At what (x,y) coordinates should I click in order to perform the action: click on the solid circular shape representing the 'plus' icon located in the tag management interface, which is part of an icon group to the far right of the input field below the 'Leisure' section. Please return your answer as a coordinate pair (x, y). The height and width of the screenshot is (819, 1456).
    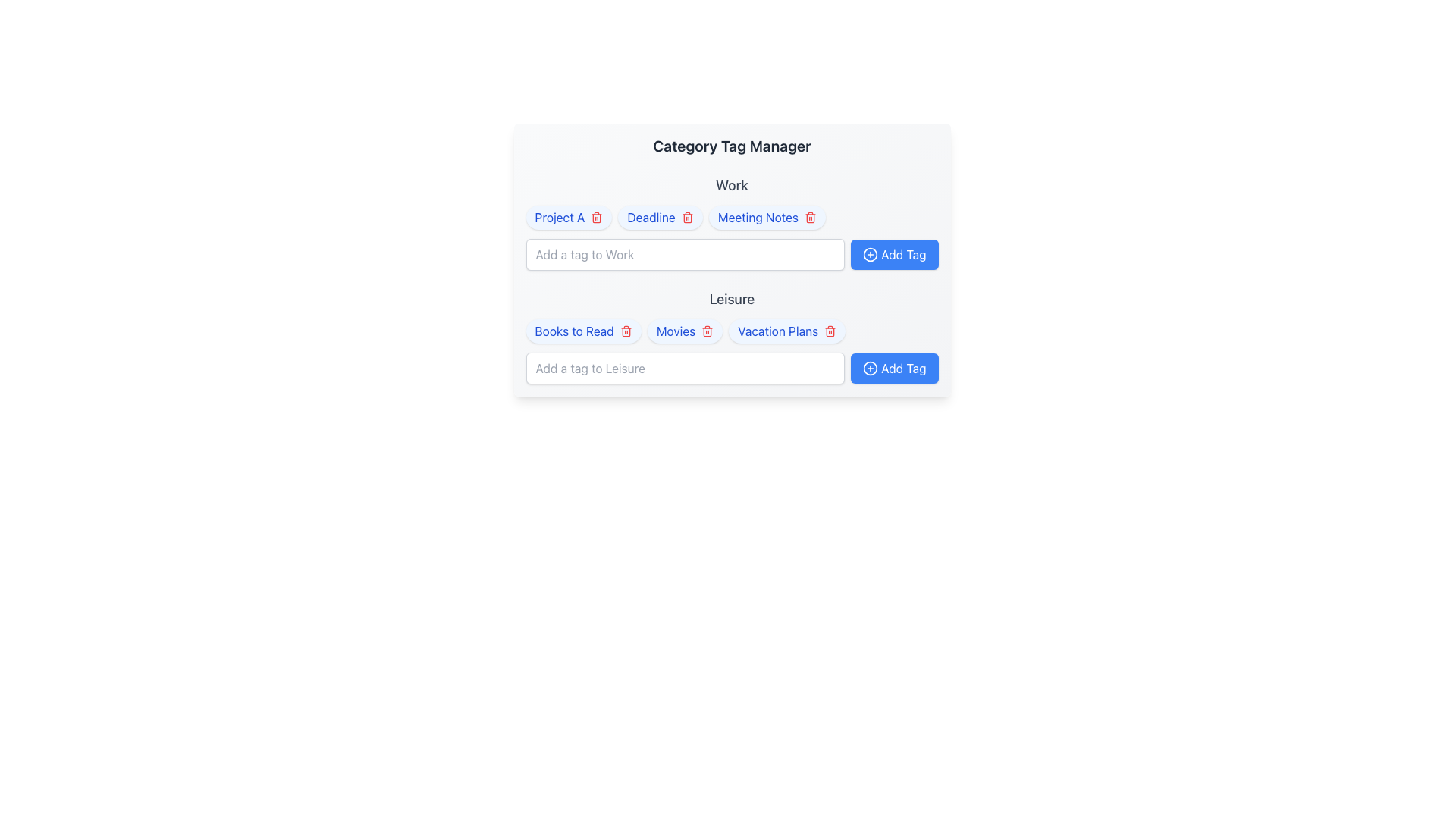
    Looking at the image, I should click on (871, 369).